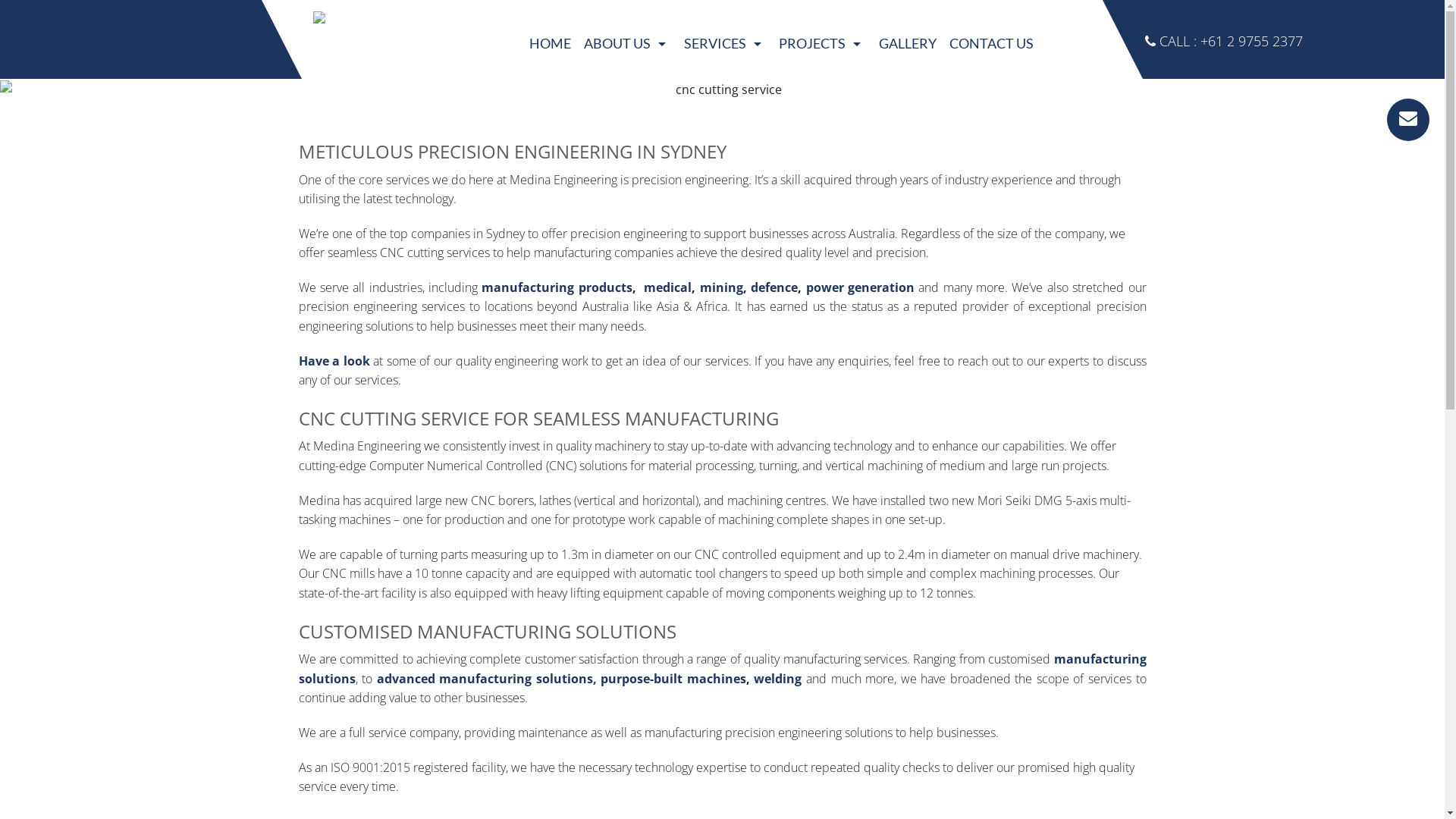 The image size is (1456, 819). What do you see at coordinates (821, 191) in the screenshot?
I see `'MINING'` at bounding box center [821, 191].